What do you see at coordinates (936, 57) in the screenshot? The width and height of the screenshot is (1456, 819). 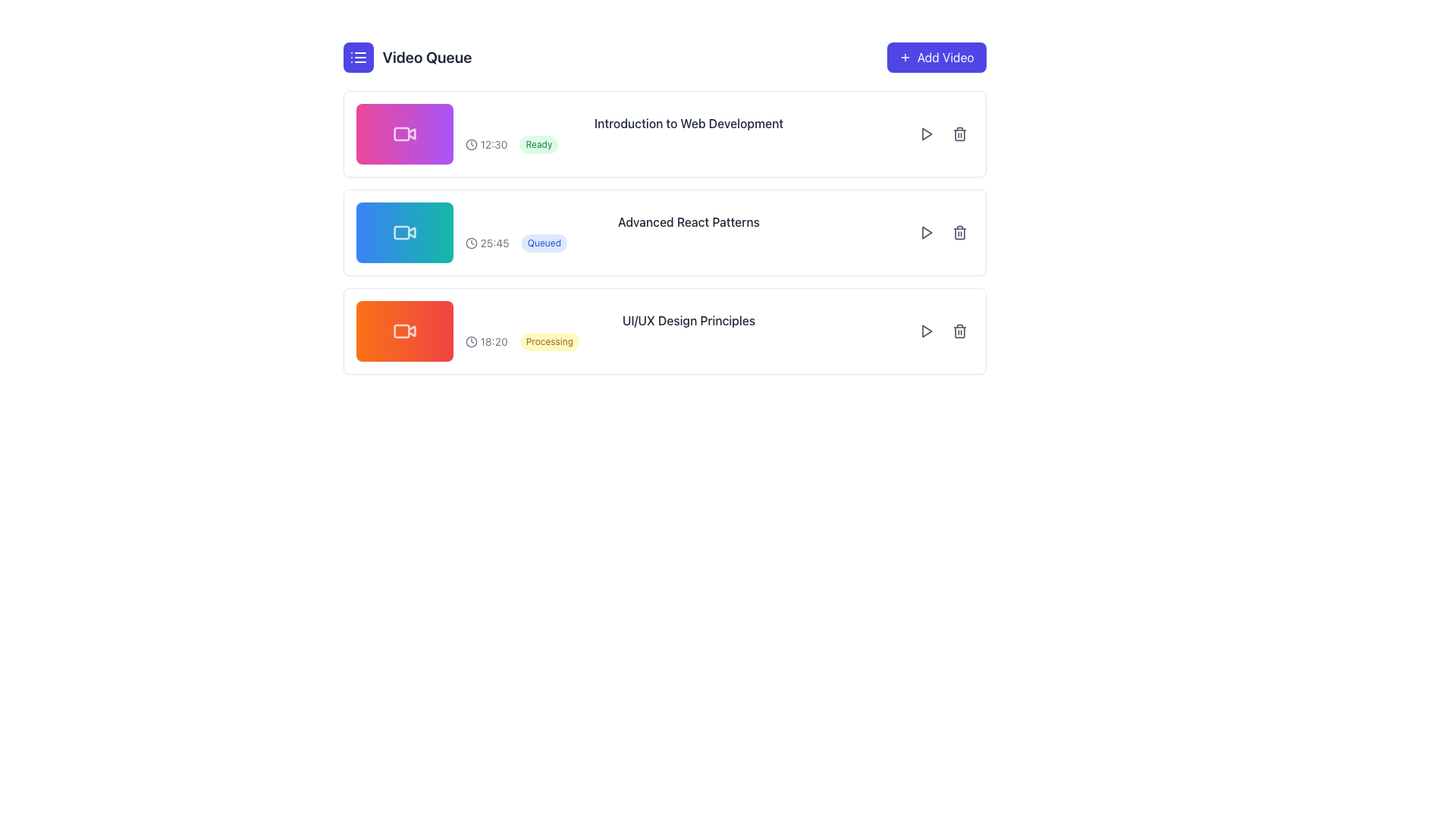 I see `the rounded rectangular button with a blue background and a white plus sign icon labeled 'Add Video'` at bounding box center [936, 57].